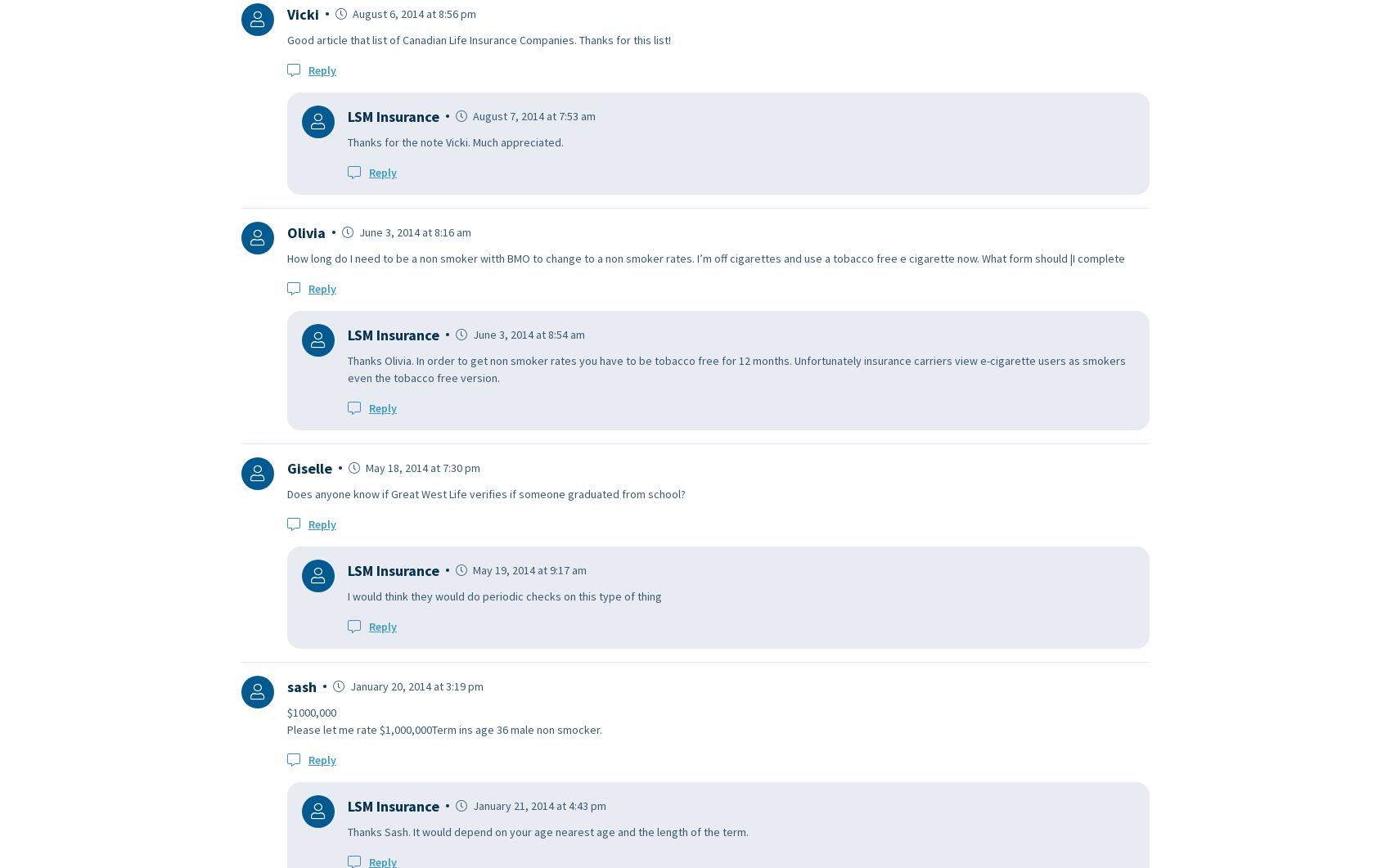  I want to click on 'Thanks Sash. It would depend on your age nearest age and the length of the term.', so click(547, 830).